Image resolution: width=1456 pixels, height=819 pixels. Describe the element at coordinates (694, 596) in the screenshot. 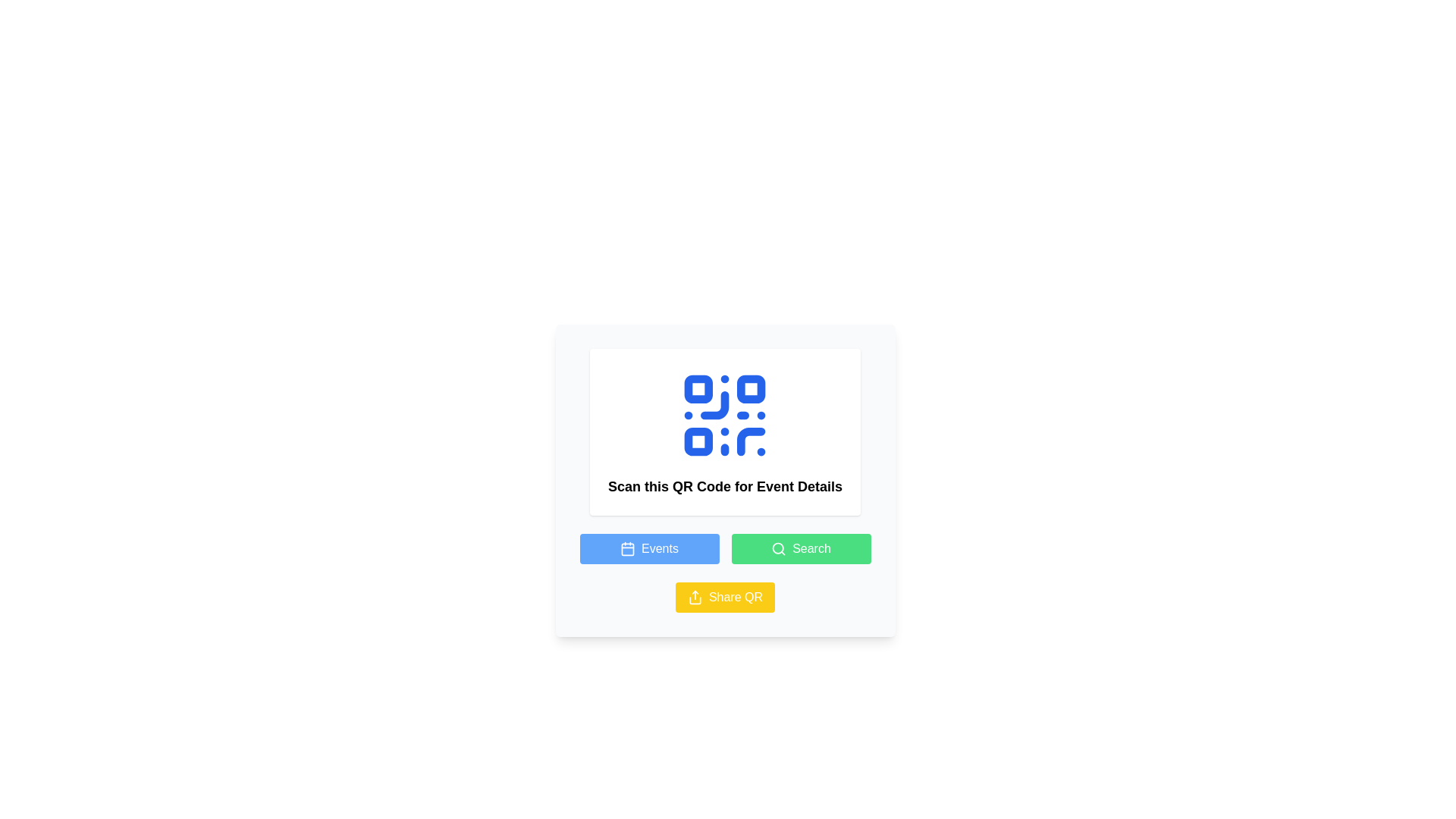

I see `the share QR code icon located inside the yellow rectangular button labeled 'Share QR' at the bottom-right of the interface` at that location.